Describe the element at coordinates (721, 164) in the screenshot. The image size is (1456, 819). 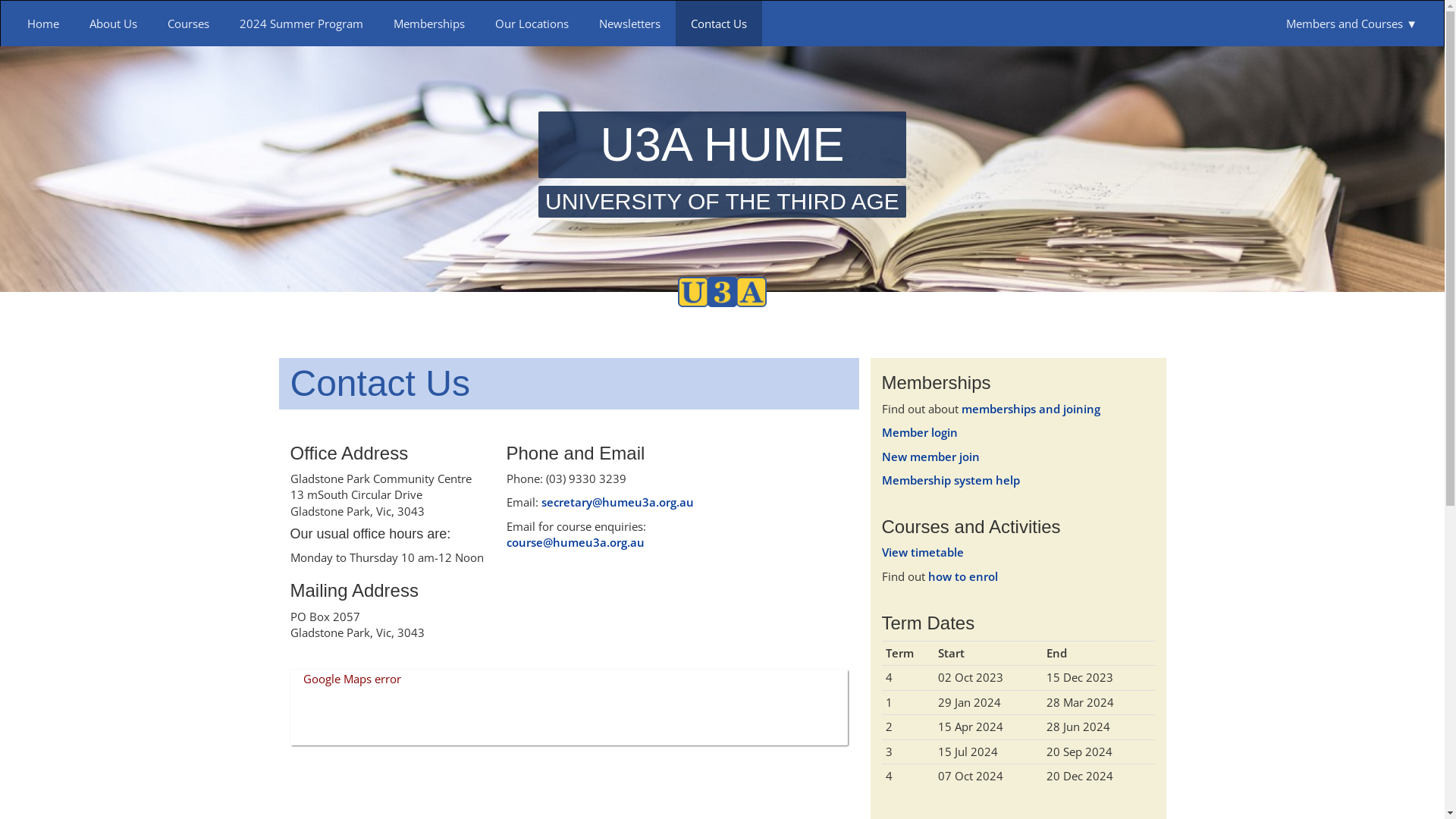
I see `'U3A HUME` at that location.